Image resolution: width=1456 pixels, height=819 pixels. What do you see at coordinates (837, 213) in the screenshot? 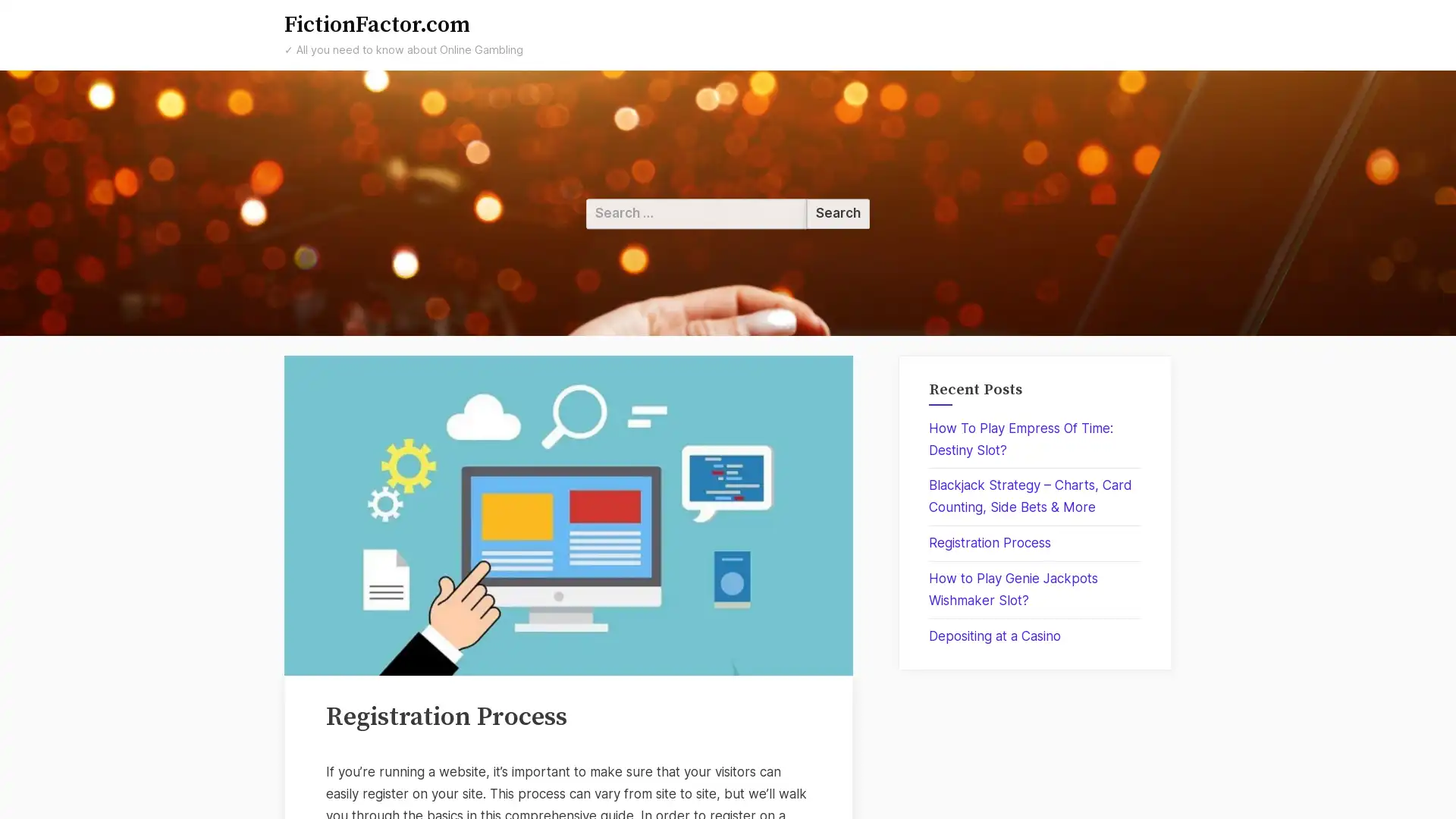
I see `Search` at bounding box center [837, 213].